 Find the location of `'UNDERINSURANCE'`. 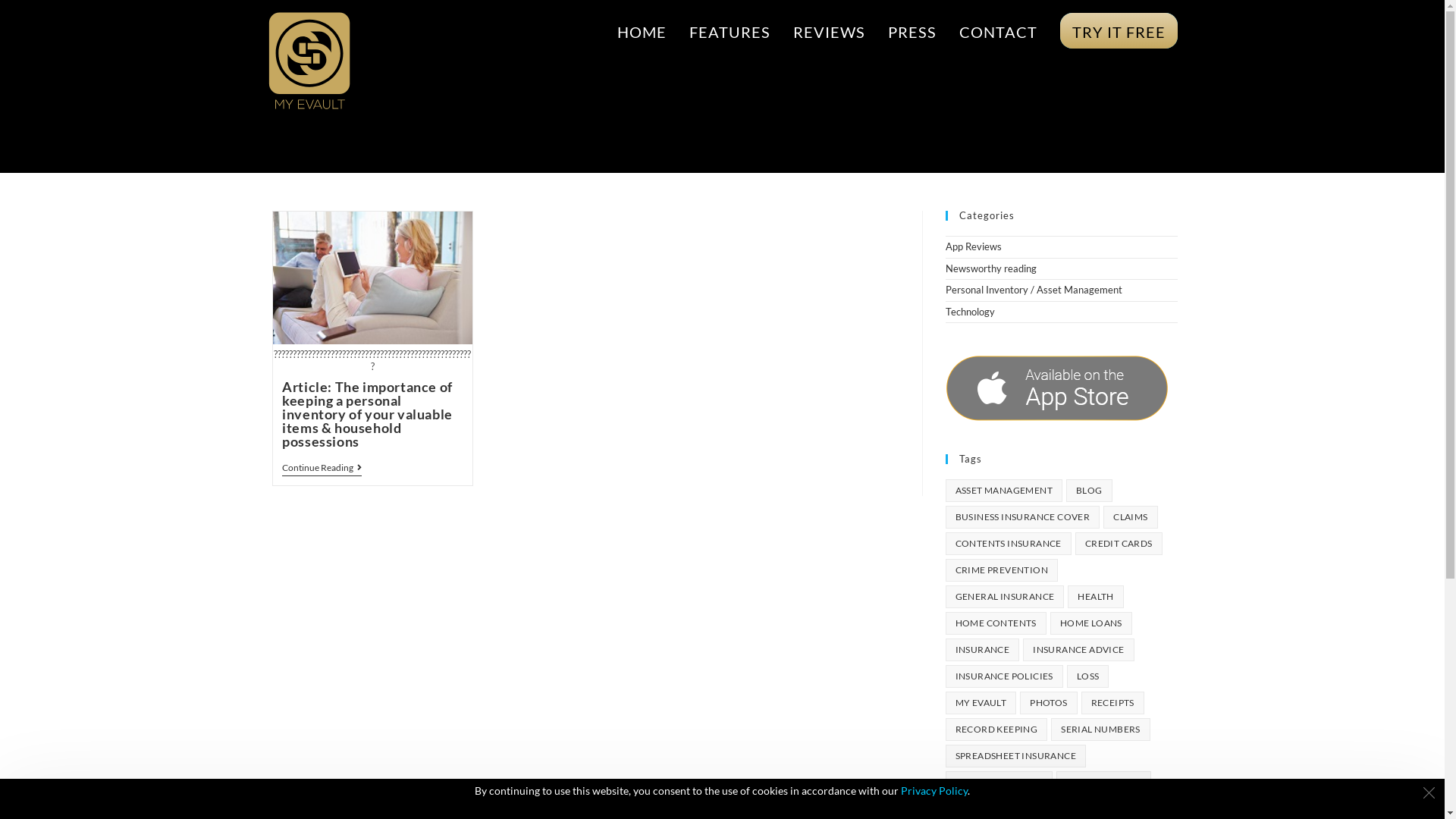

'UNDERINSURANCE' is located at coordinates (998, 783).